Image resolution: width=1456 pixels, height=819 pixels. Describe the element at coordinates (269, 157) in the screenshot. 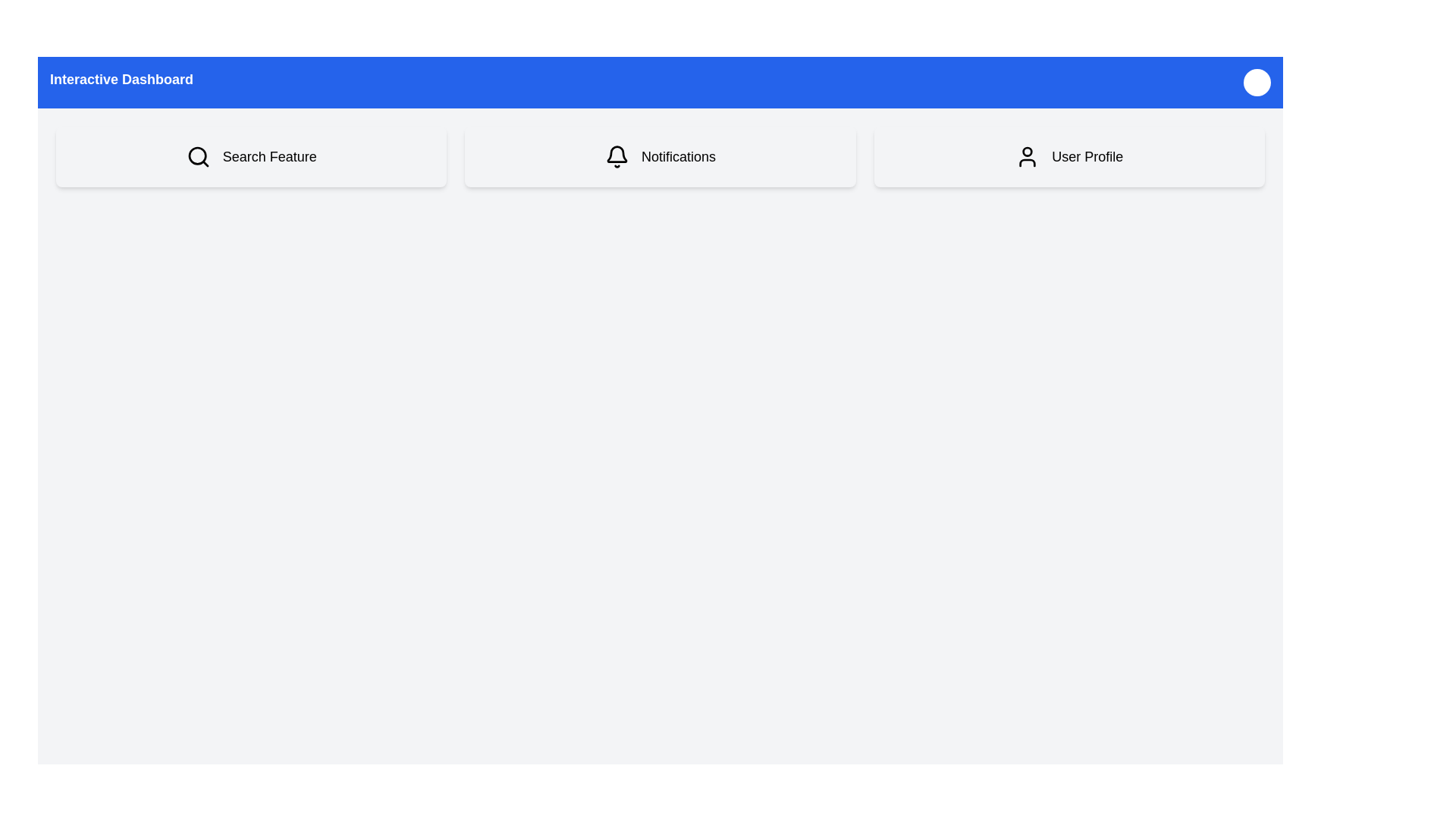

I see `the static text label displaying 'Search Feature', which is styled with a large font size and is positioned to the right of a magnifying glass icon` at that location.